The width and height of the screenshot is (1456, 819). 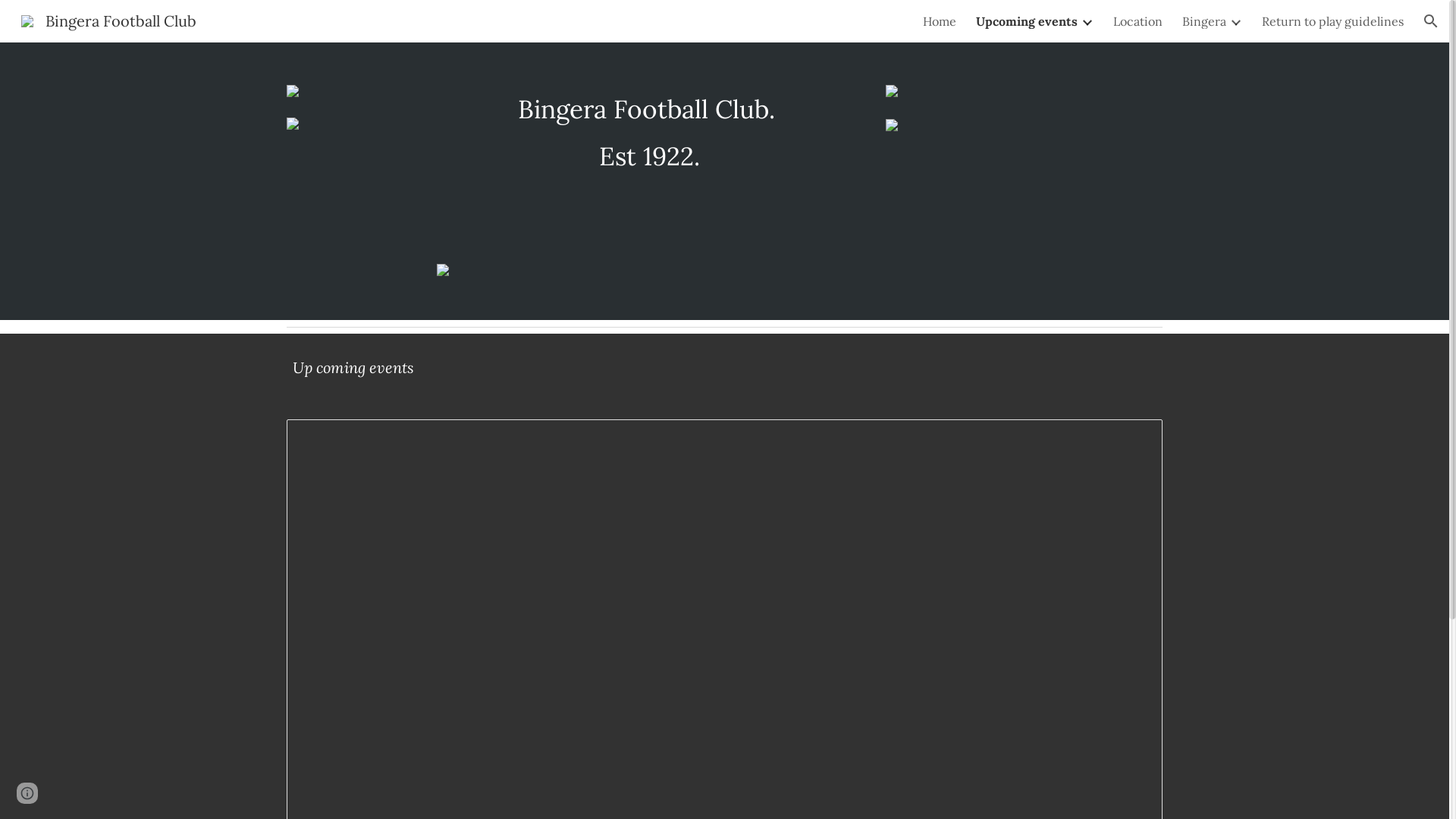 What do you see at coordinates (11, 19) in the screenshot?
I see `'Bingera Football Club'` at bounding box center [11, 19].